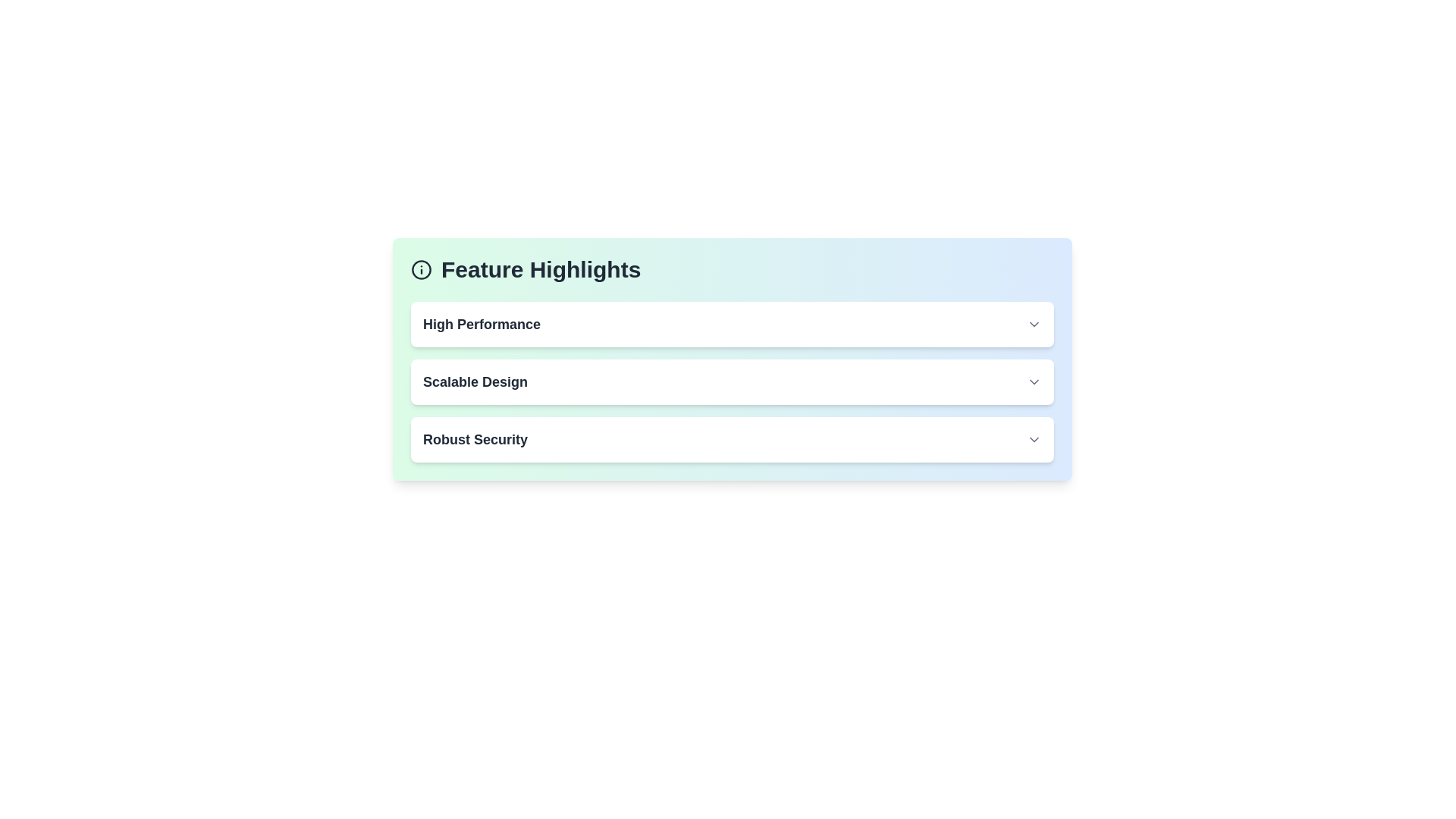 This screenshot has height=819, width=1456. I want to click on the 'High Performance' text label, which is the first item in the vertical list of features within the 'Feature Highlights' section, so click(481, 324).